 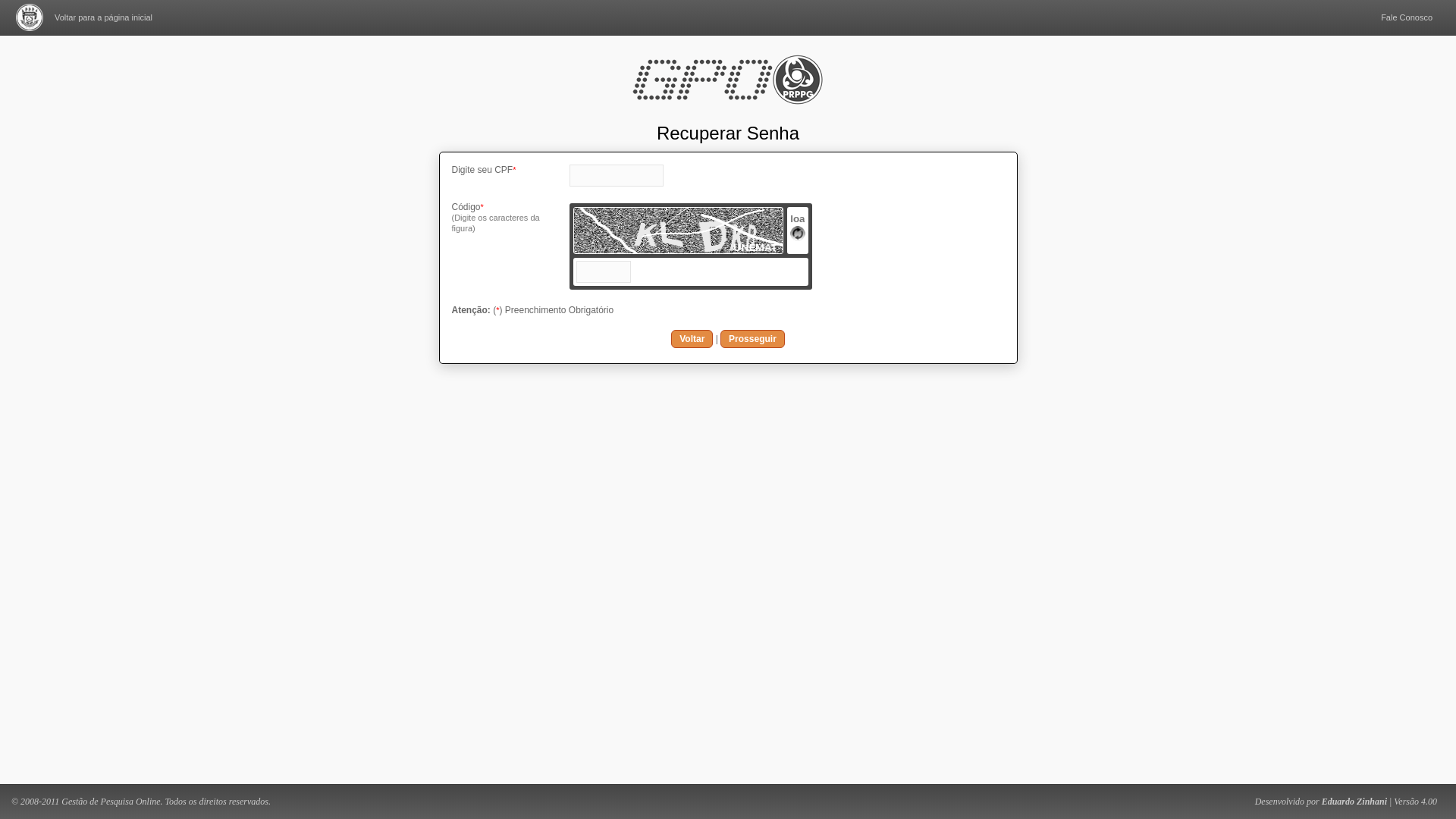 What do you see at coordinates (752, 338) in the screenshot?
I see `'Prosseguir'` at bounding box center [752, 338].